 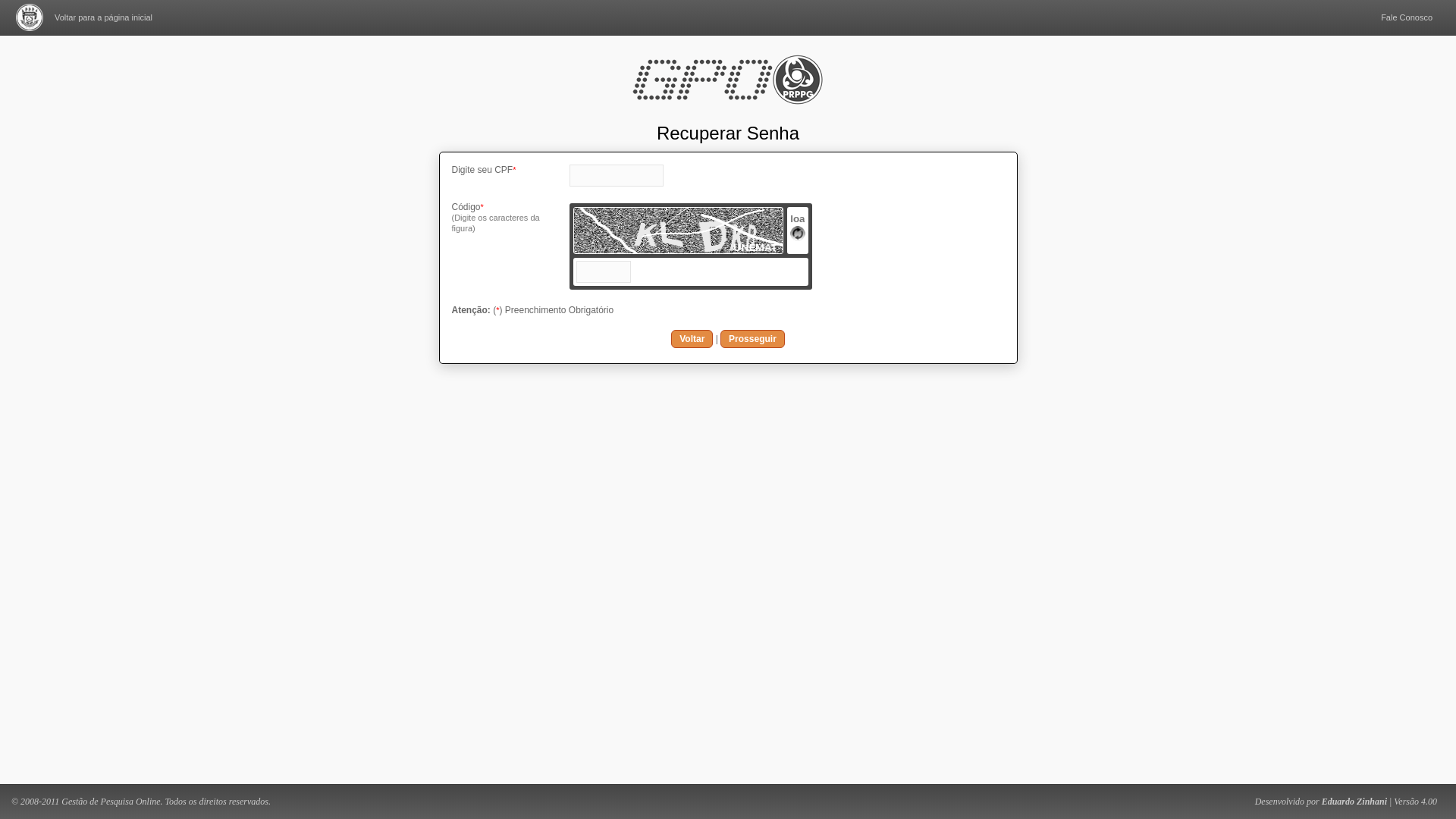 What do you see at coordinates (752, 338) in the screenshot?
I see `'Prosseguir'` at bounding box center [752, 338].